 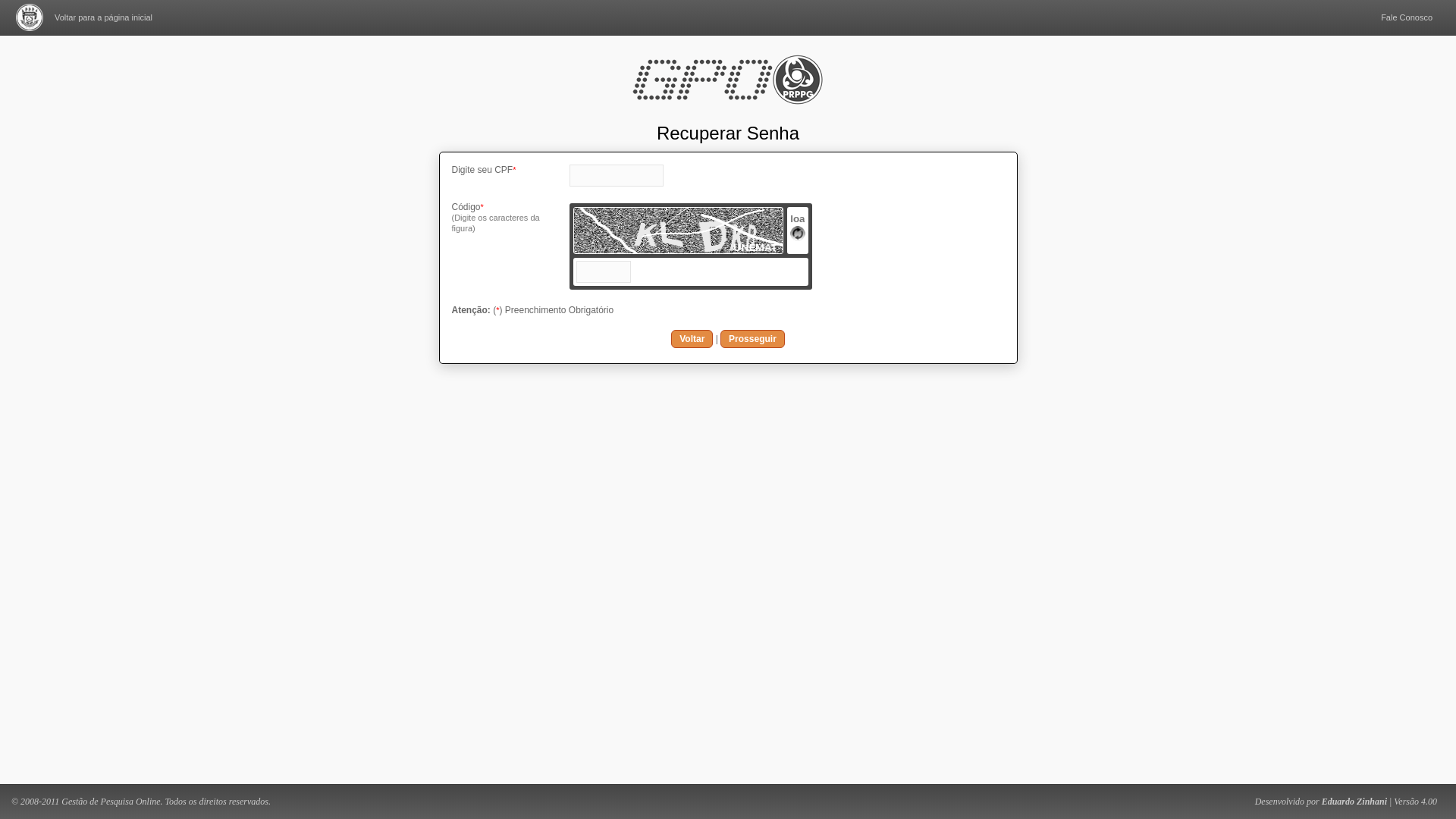 What do you see at coordinates (752, 338) in the screenshot?
I see `'Prosseguir'` at bounding box center [752, 338].